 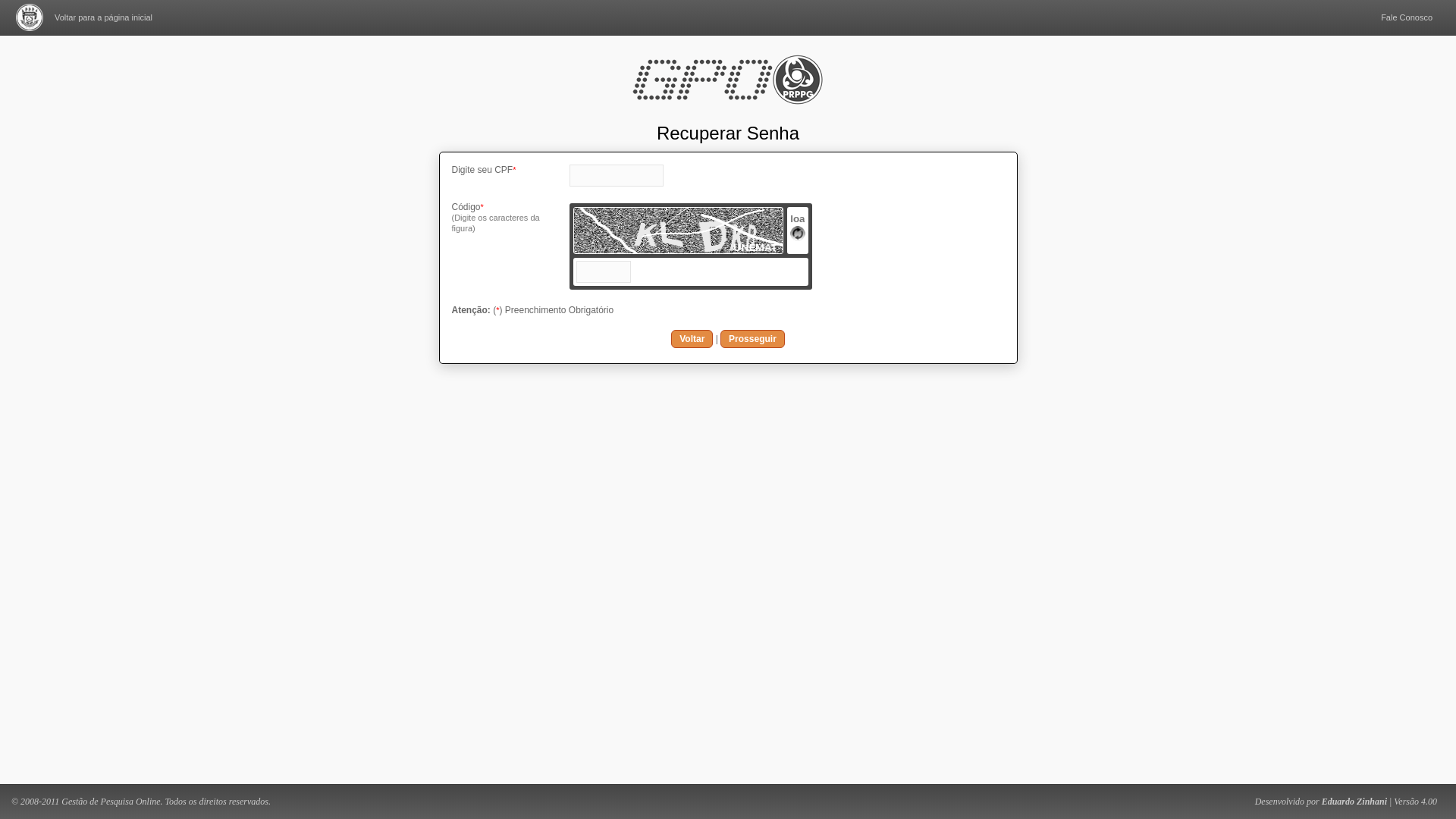 What do you see at coordinates (752, 338) in the screenshot?
I see `'Prosseguir'` at bounding box center [752, 338].